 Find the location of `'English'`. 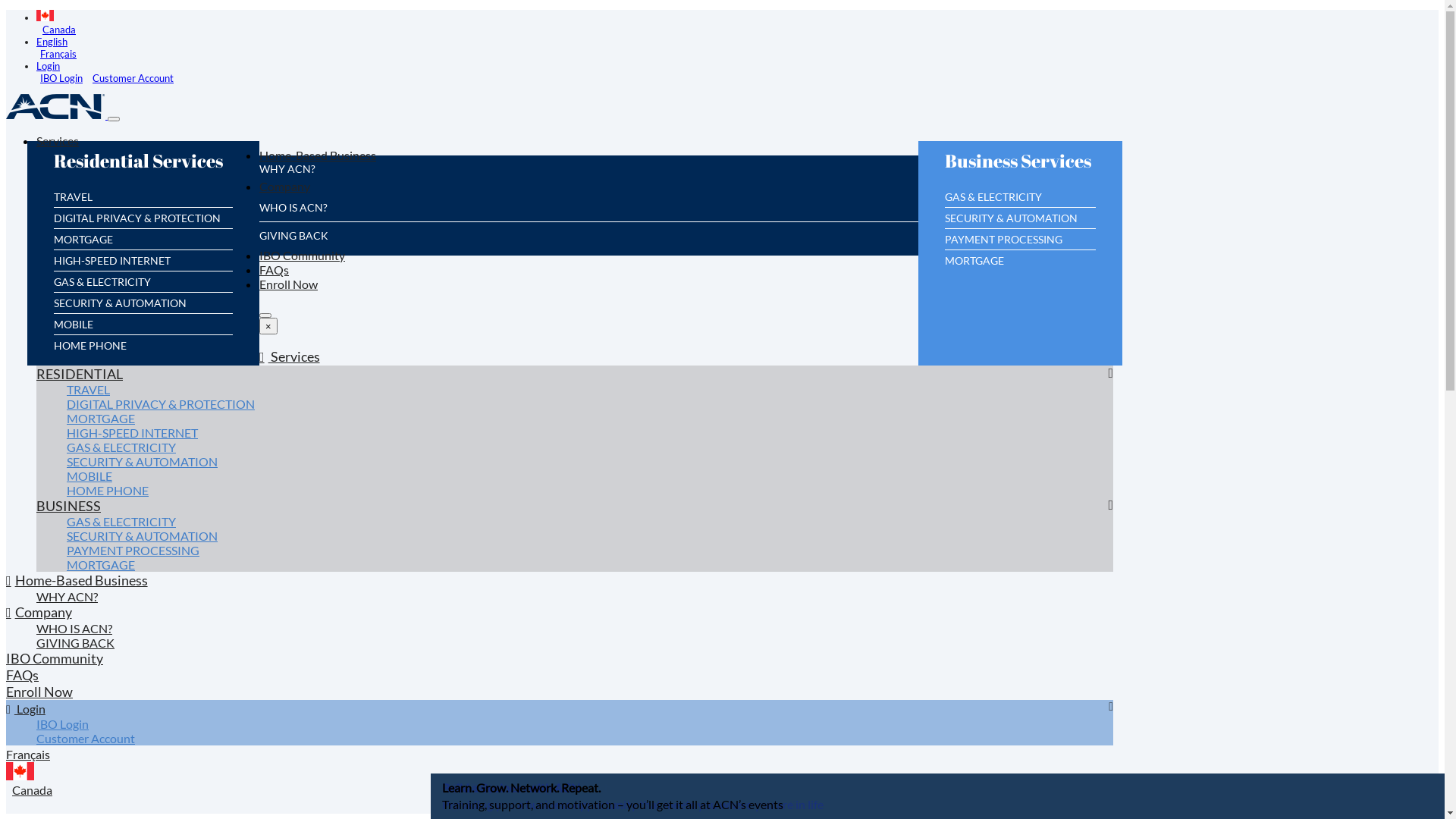

'English' is located at coordinates (52, 40).